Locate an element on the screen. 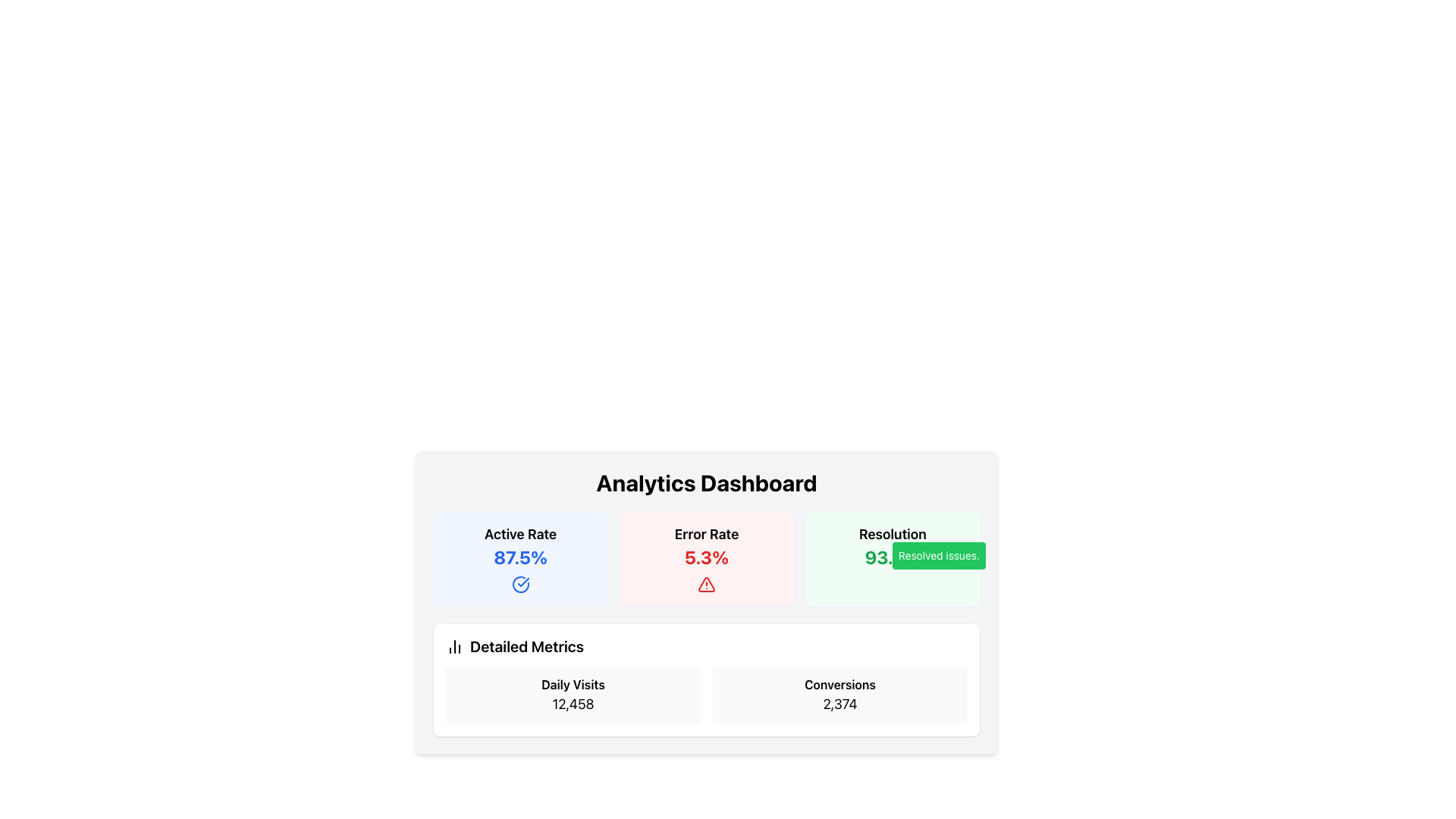 The height and width of the screenshot is (819, 1456). displayed value '93.2%' from the text display that is part of the 'Resolution' card, which is centrally aligned in a light green background with rounded corners is located at coordinates (893, 557).